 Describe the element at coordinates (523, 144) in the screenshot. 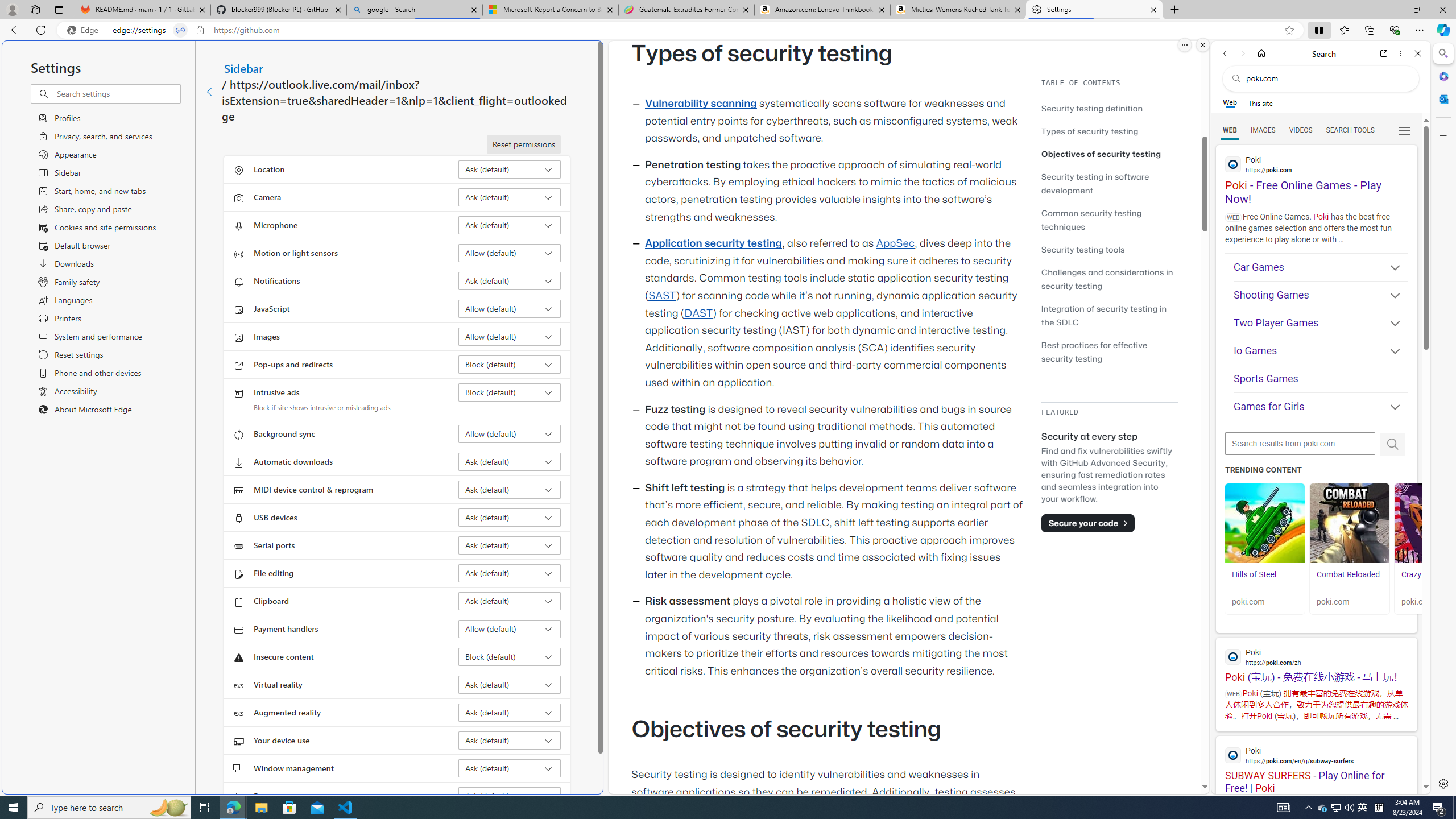

I see `'Reset permissions'` at that location.